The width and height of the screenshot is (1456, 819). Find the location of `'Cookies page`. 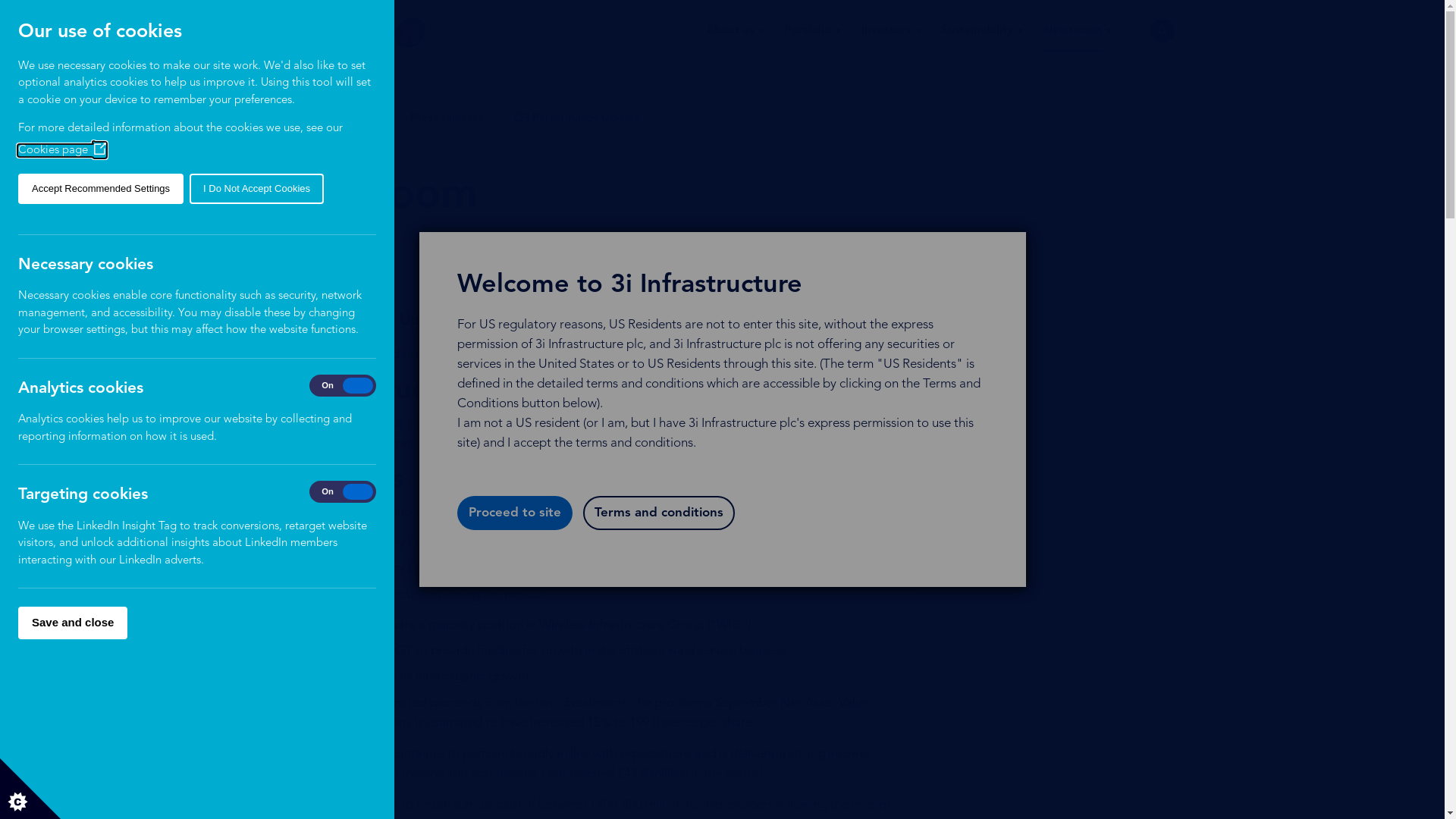

'Cookies page is located at coordinates (61, 149).